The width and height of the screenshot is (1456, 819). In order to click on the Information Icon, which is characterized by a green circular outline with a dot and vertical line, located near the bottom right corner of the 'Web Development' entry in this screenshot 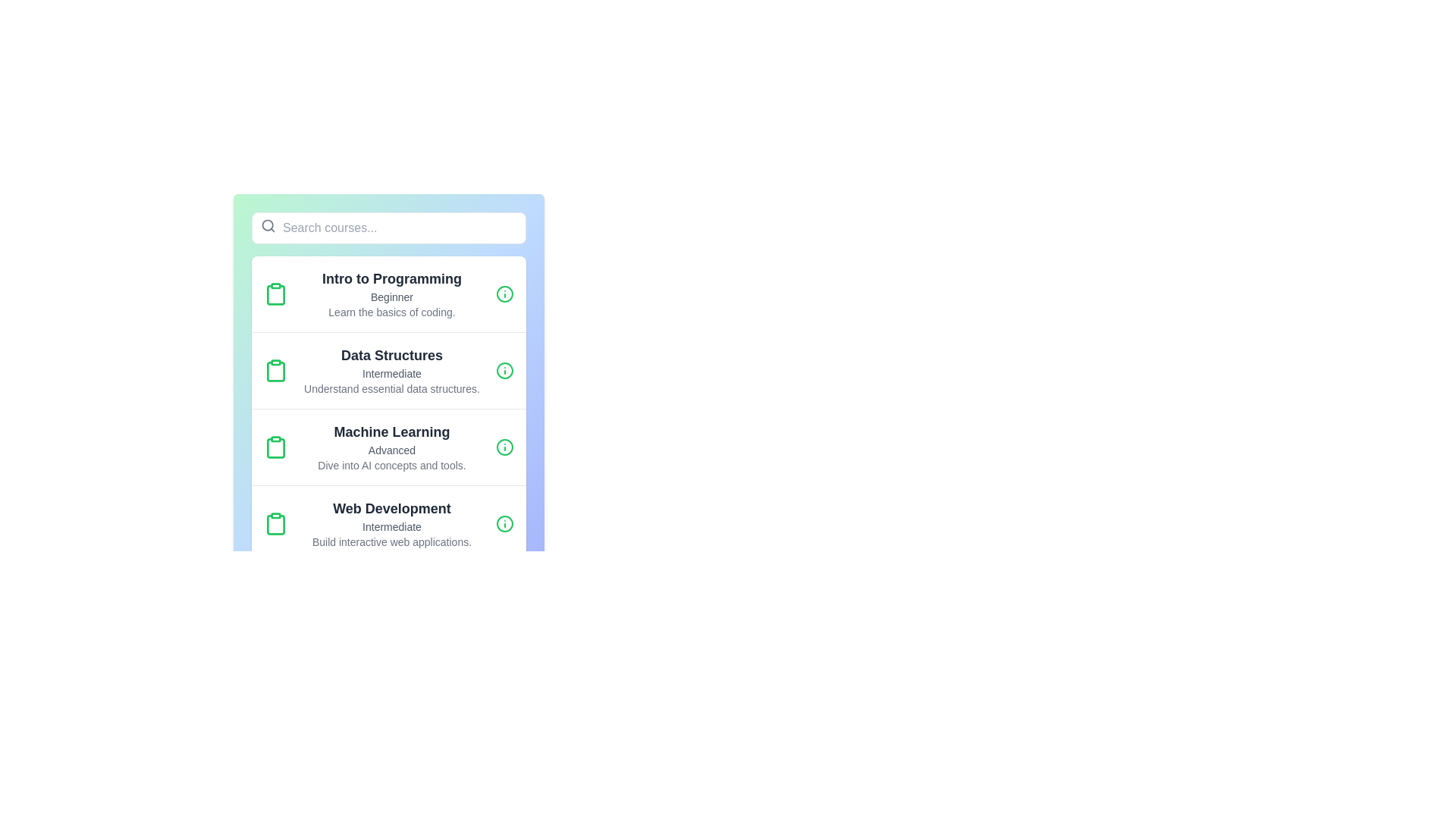, I will do `click(505, 522)`.